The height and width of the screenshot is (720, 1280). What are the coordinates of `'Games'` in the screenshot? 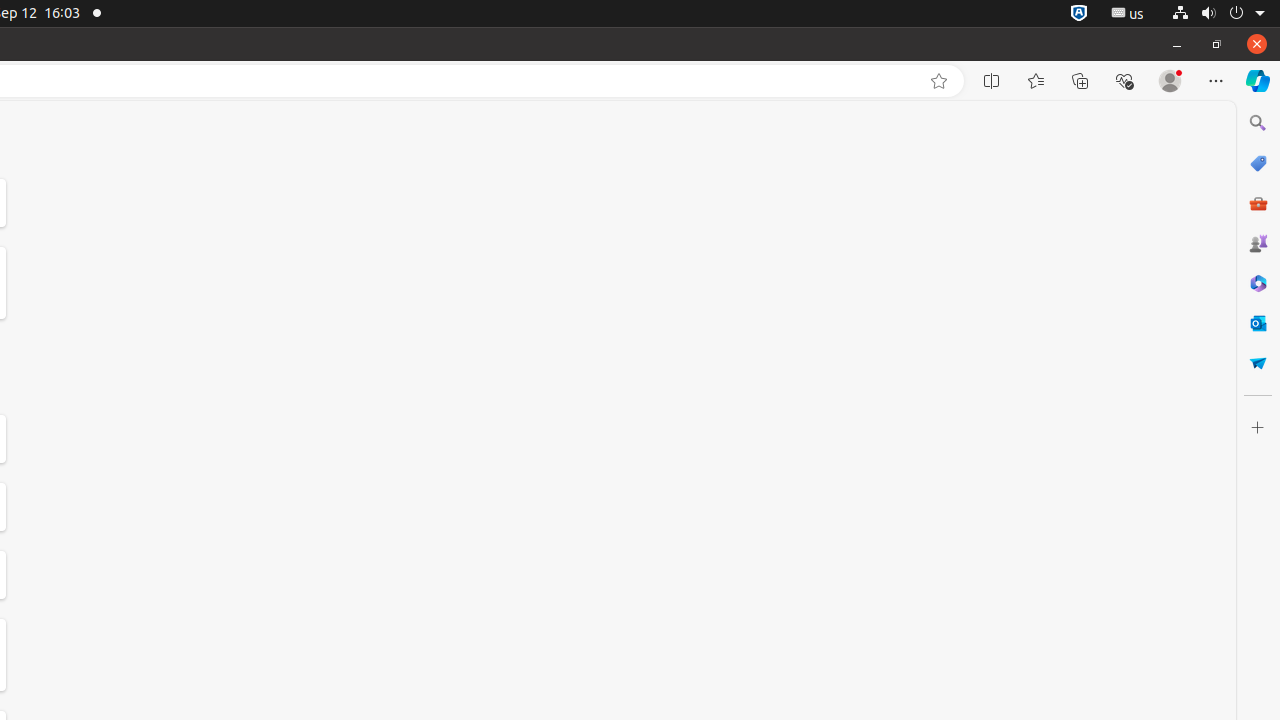 It's located at (1256, 242).